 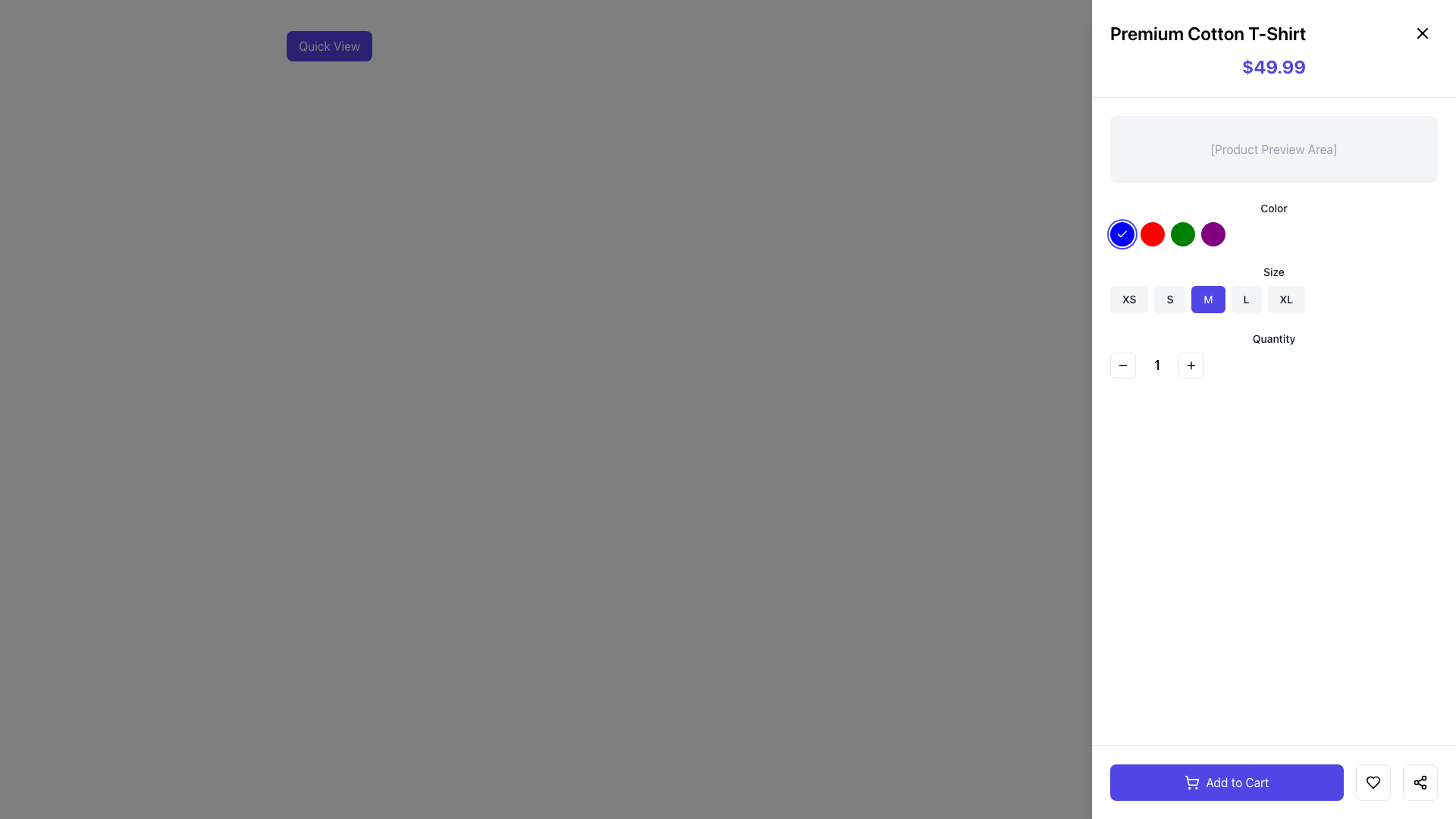 I want to click on the plus sign icon button located to the right of the quantity number in the 'Quantity' section of the product details panel to increment the quantity, so click(x=1190, y=366).